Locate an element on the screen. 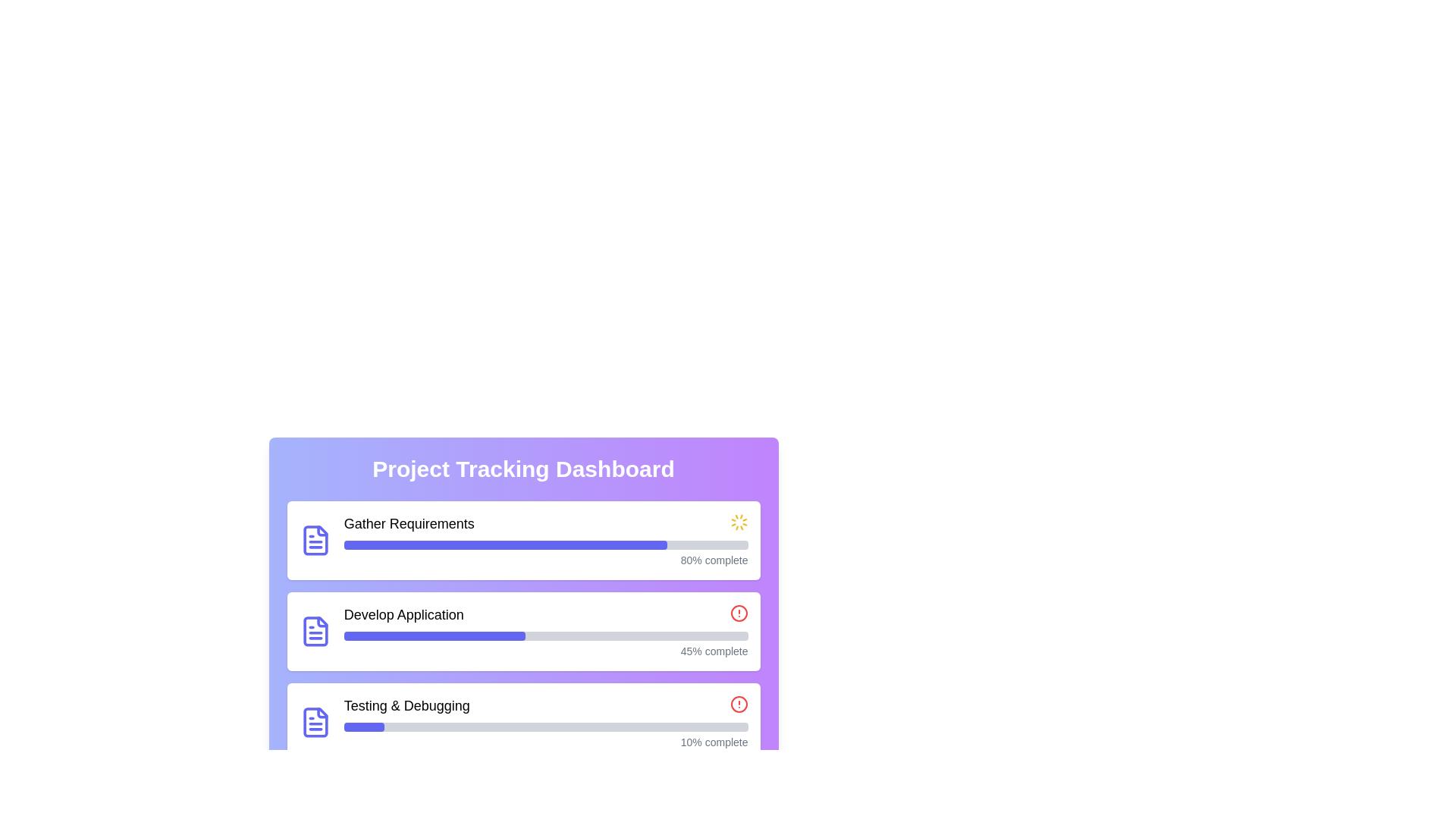  the Progress Bar element styled in indigo within the 'Testing & Debugging' section of the Project Tracking Dashboard is located at coordinates (546, 726).